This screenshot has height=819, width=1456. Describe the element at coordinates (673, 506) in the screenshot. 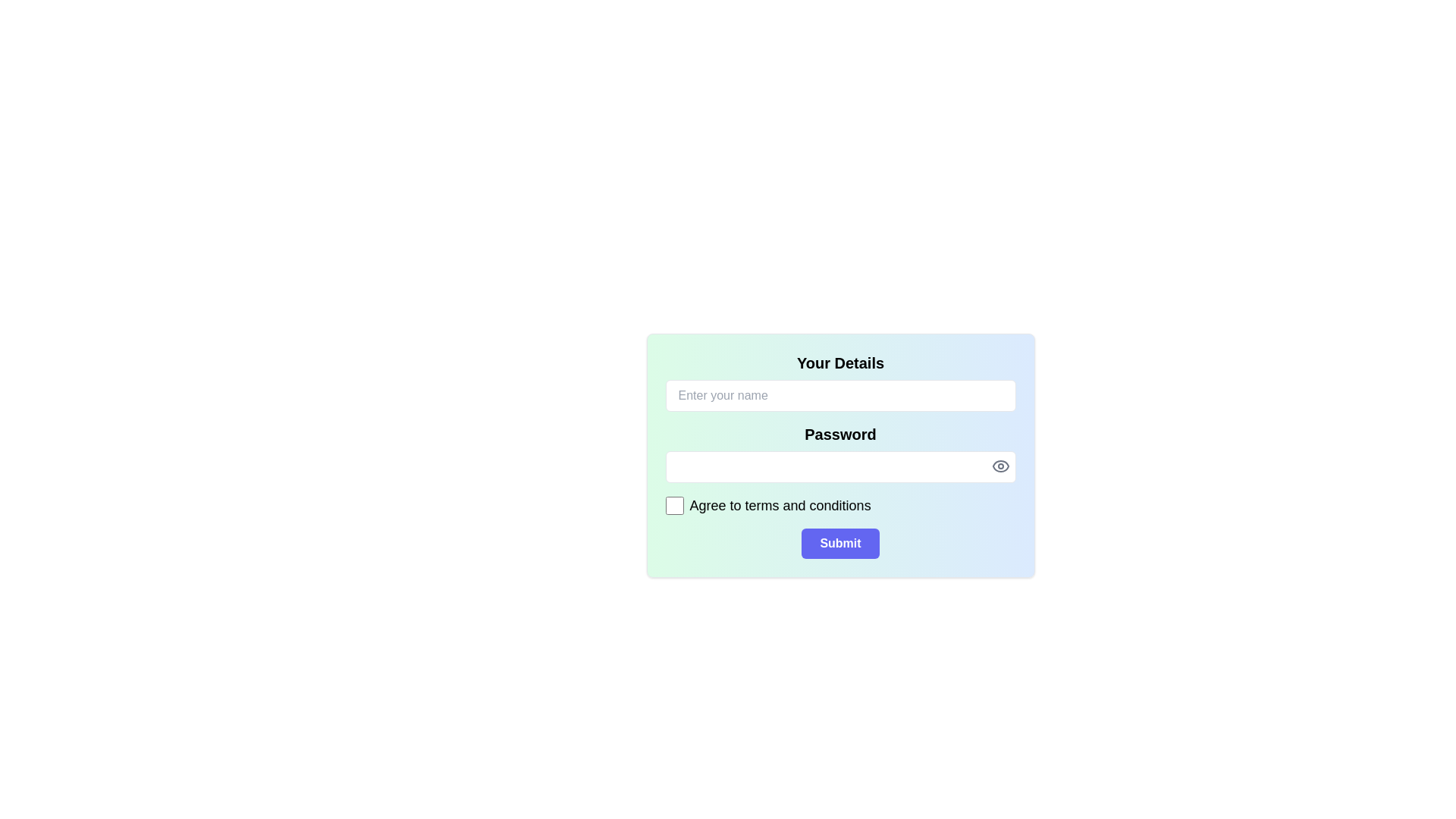

I see `the checkbox that allows users to agree to terms and conditions, positioned on the left side of the label within the form layout` at that location.